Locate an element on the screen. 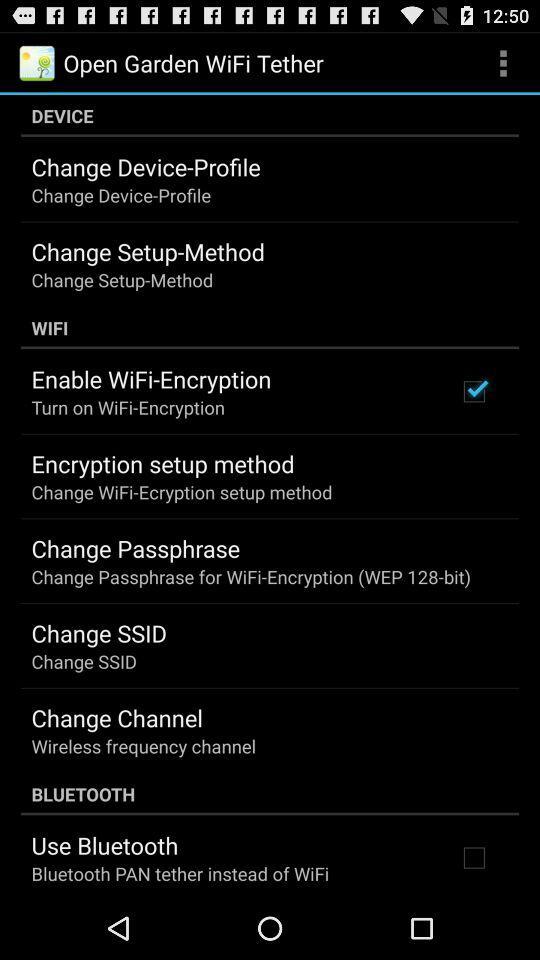 The image size is (540, 960). item below the use bluetooth icon is located at coordinates (180, 872).